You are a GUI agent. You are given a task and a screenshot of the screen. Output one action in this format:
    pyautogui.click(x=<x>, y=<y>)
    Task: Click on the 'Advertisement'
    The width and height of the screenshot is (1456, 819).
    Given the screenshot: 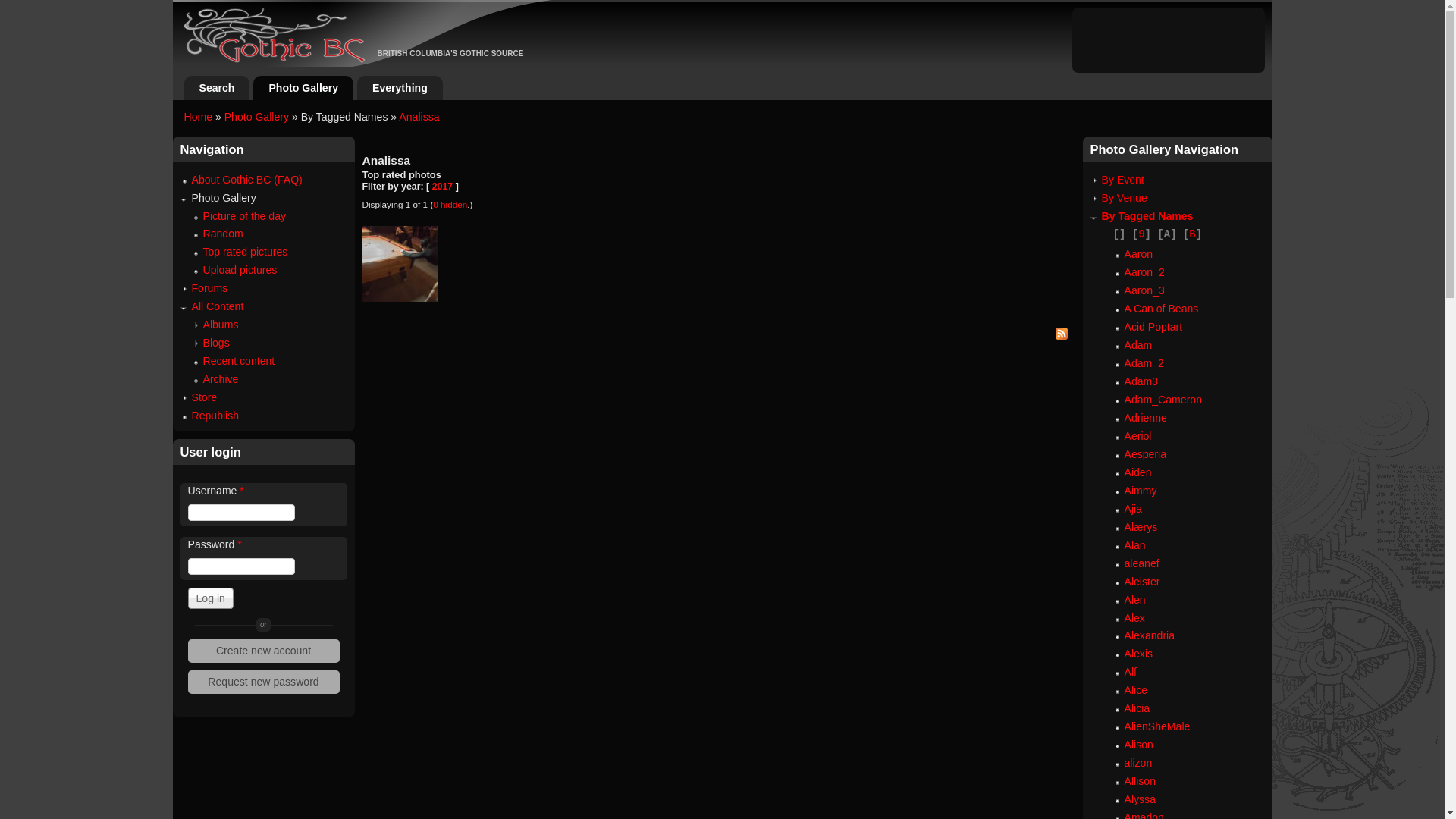 What is the action you would take?
    pyautogui.click(x=1167, y=37)
    